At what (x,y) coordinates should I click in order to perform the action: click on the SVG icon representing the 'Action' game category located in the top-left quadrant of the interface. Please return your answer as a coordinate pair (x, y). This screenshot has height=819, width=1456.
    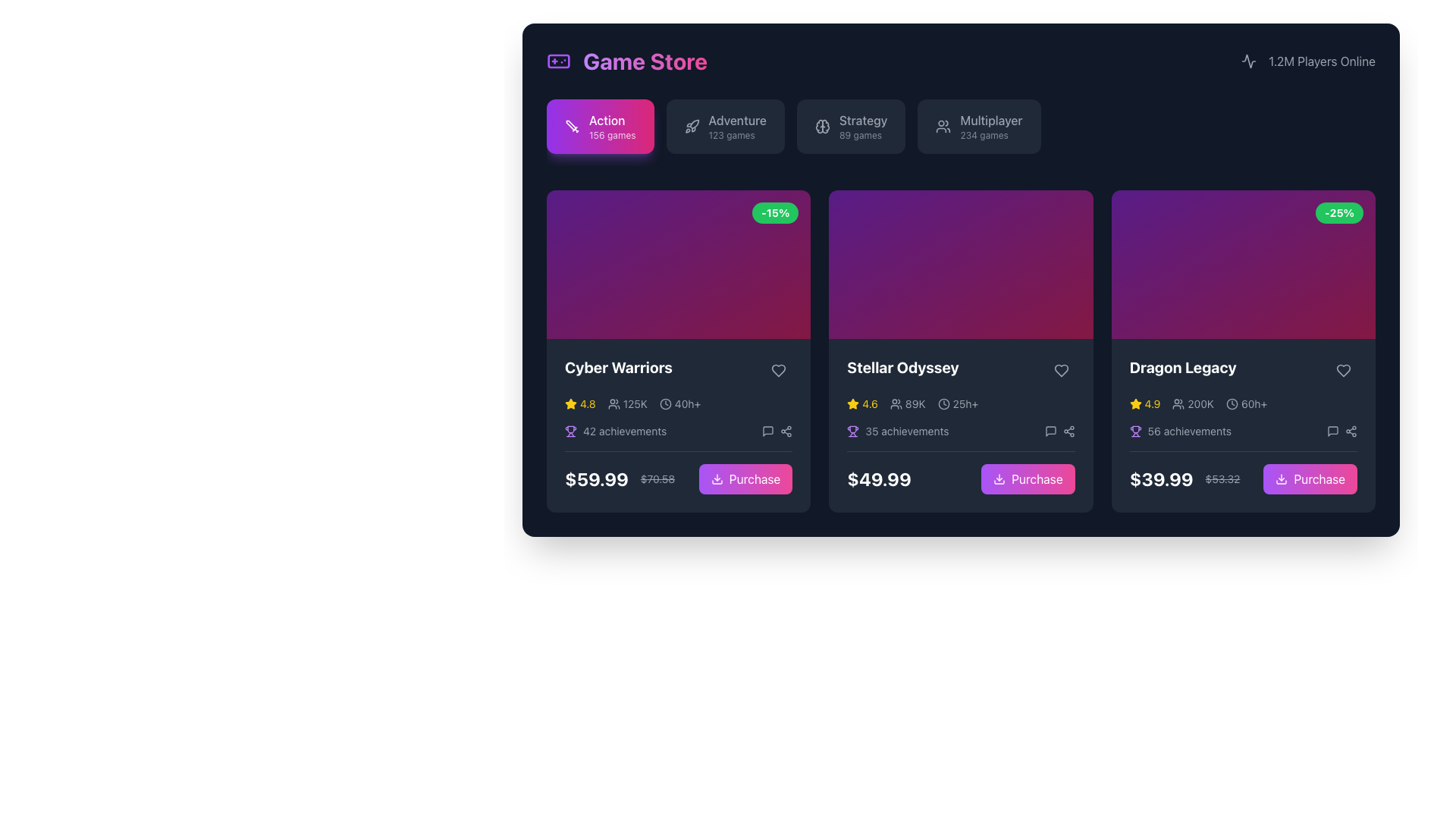
    Looking at the image, I should click on (570, 124).